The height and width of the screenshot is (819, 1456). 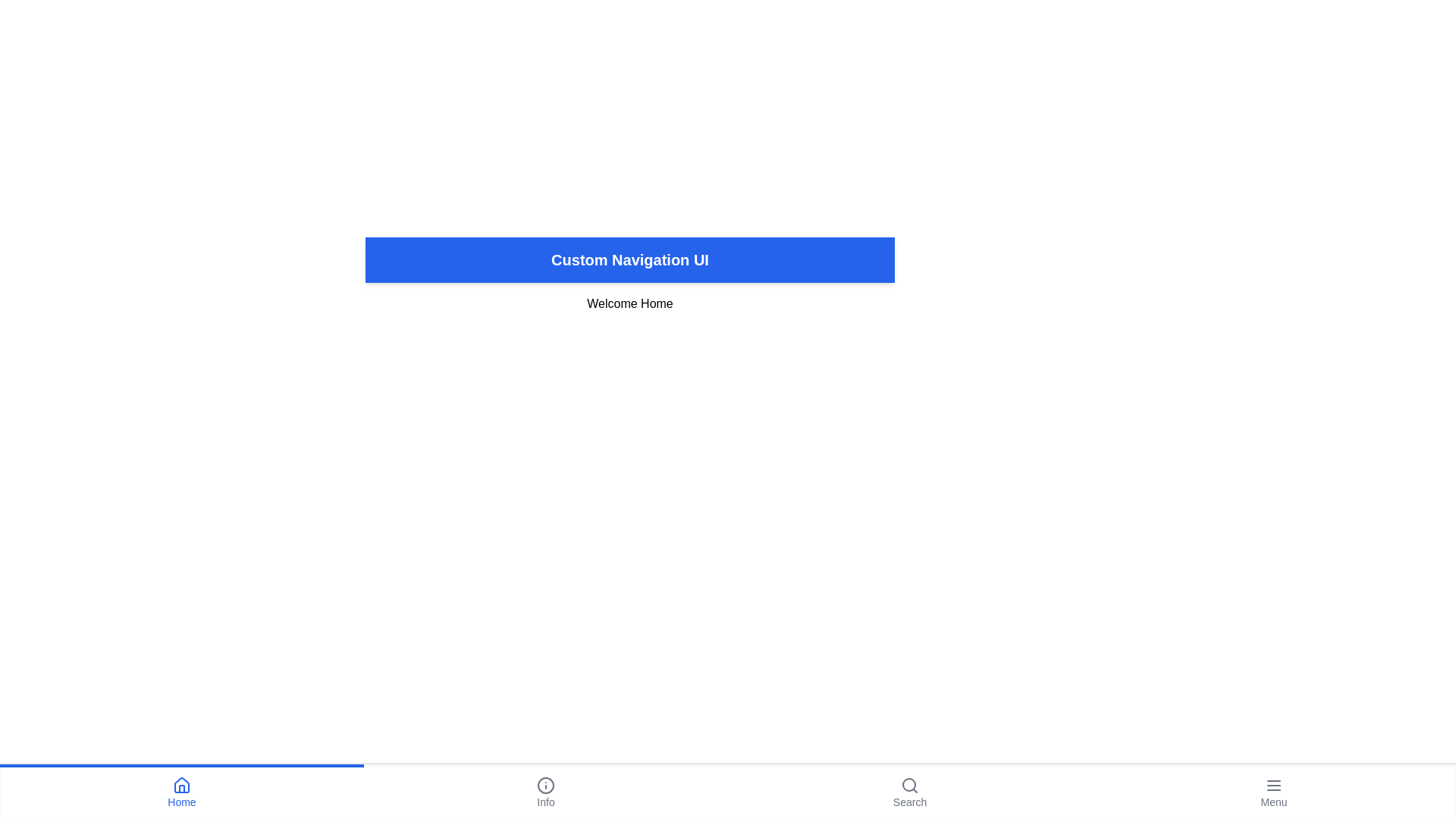 I want to click on the magnifying glass icon in the bottom navigation bar, so click(x=910, y=785).